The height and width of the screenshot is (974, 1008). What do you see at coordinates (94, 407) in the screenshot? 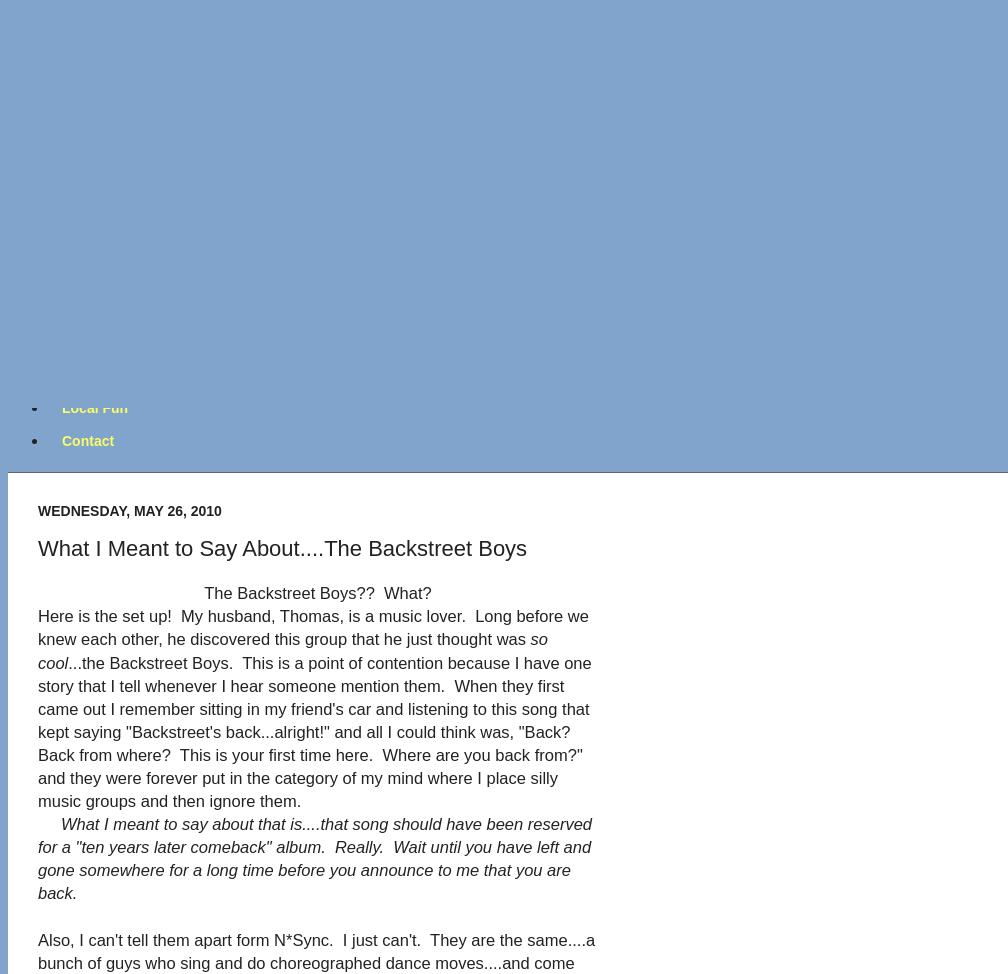
I see `'Local Fun'` at bounding box center [94, 407].